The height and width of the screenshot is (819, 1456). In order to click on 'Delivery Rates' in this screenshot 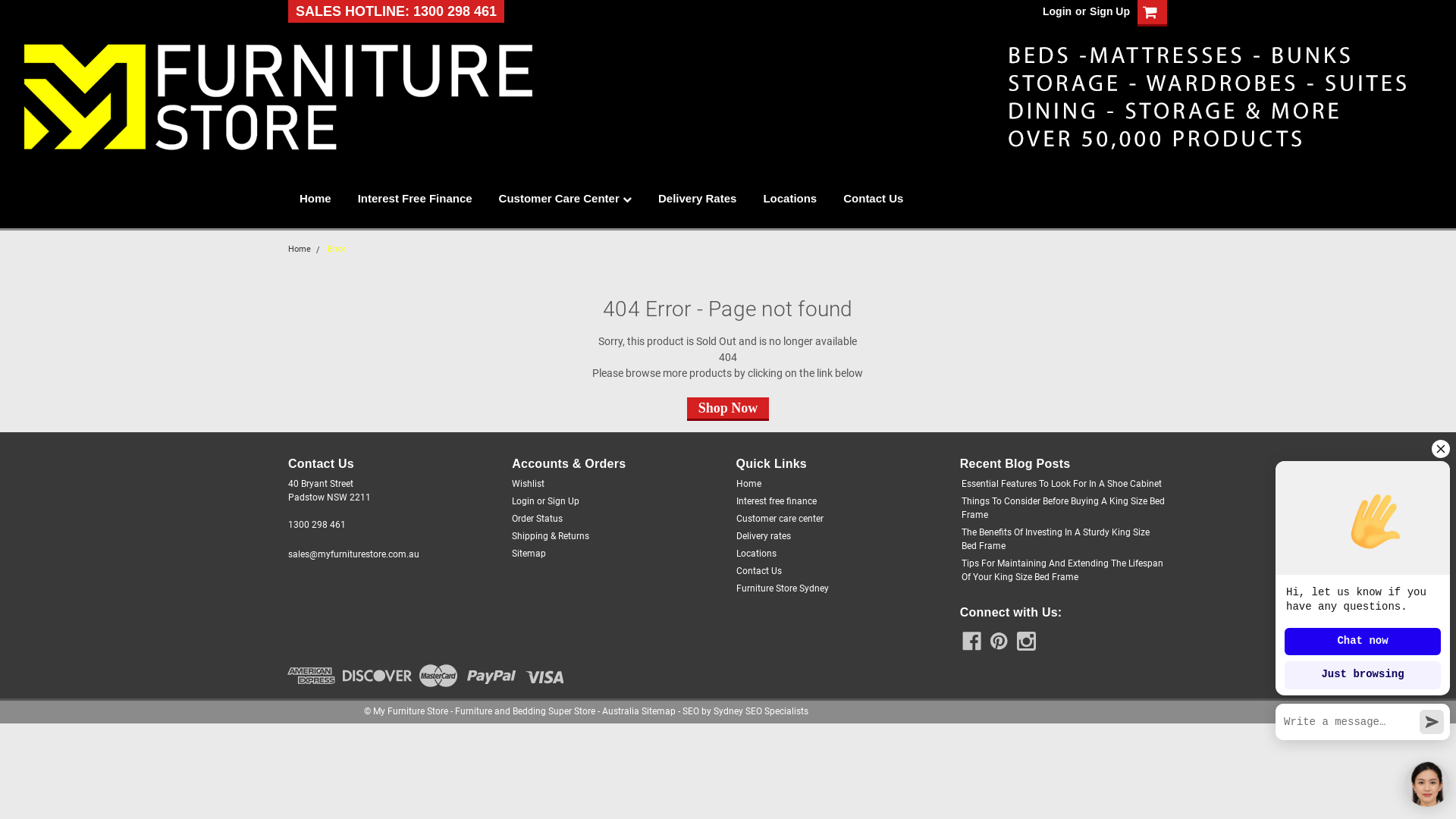, I will do `click(709, 198)`.